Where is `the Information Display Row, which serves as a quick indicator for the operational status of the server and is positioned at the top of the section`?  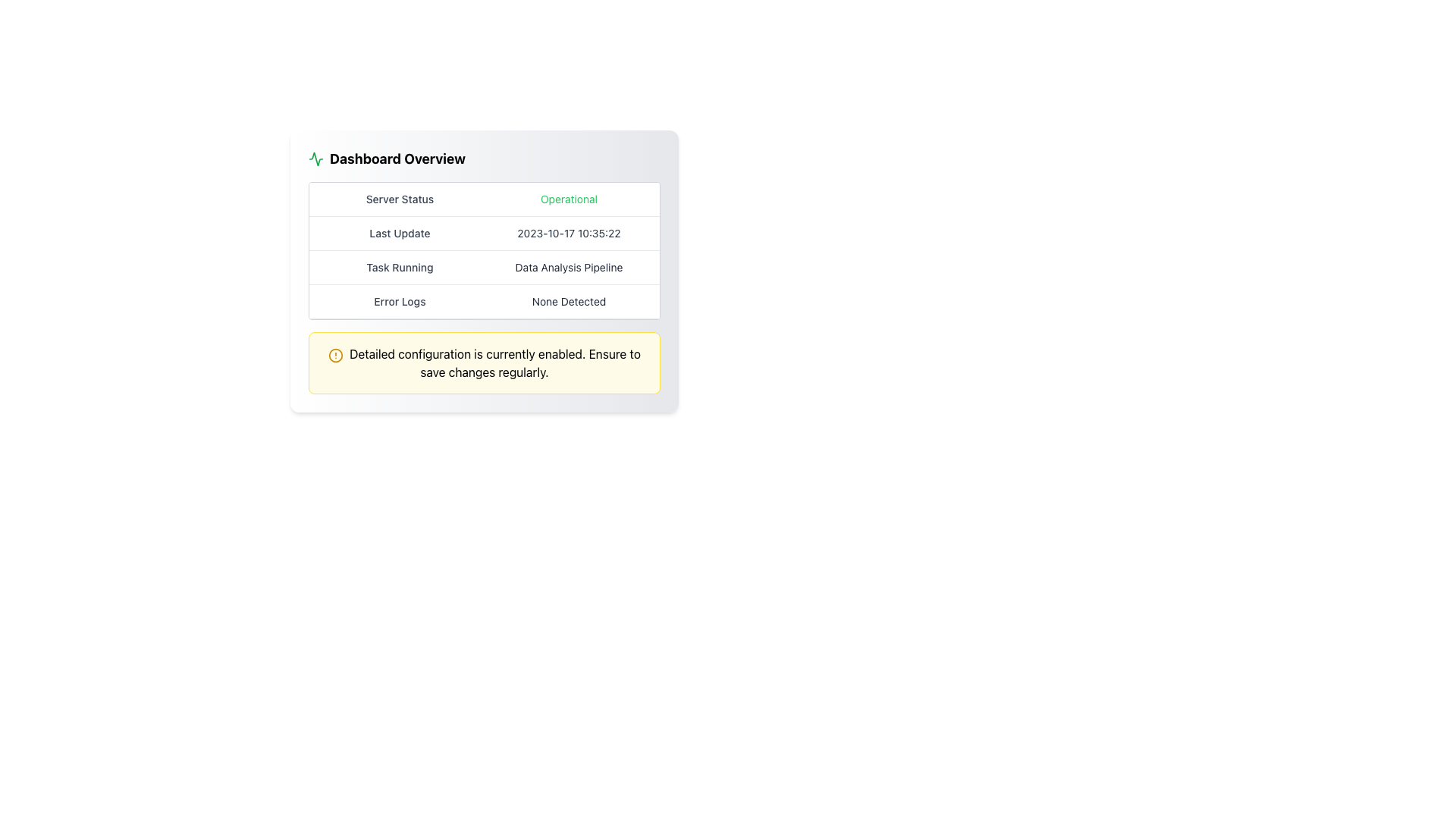 the Information Display Row, which serves as a quick indicator for the operational status of the server and is positioned at the top of the section is located at coordinates (483, 198).